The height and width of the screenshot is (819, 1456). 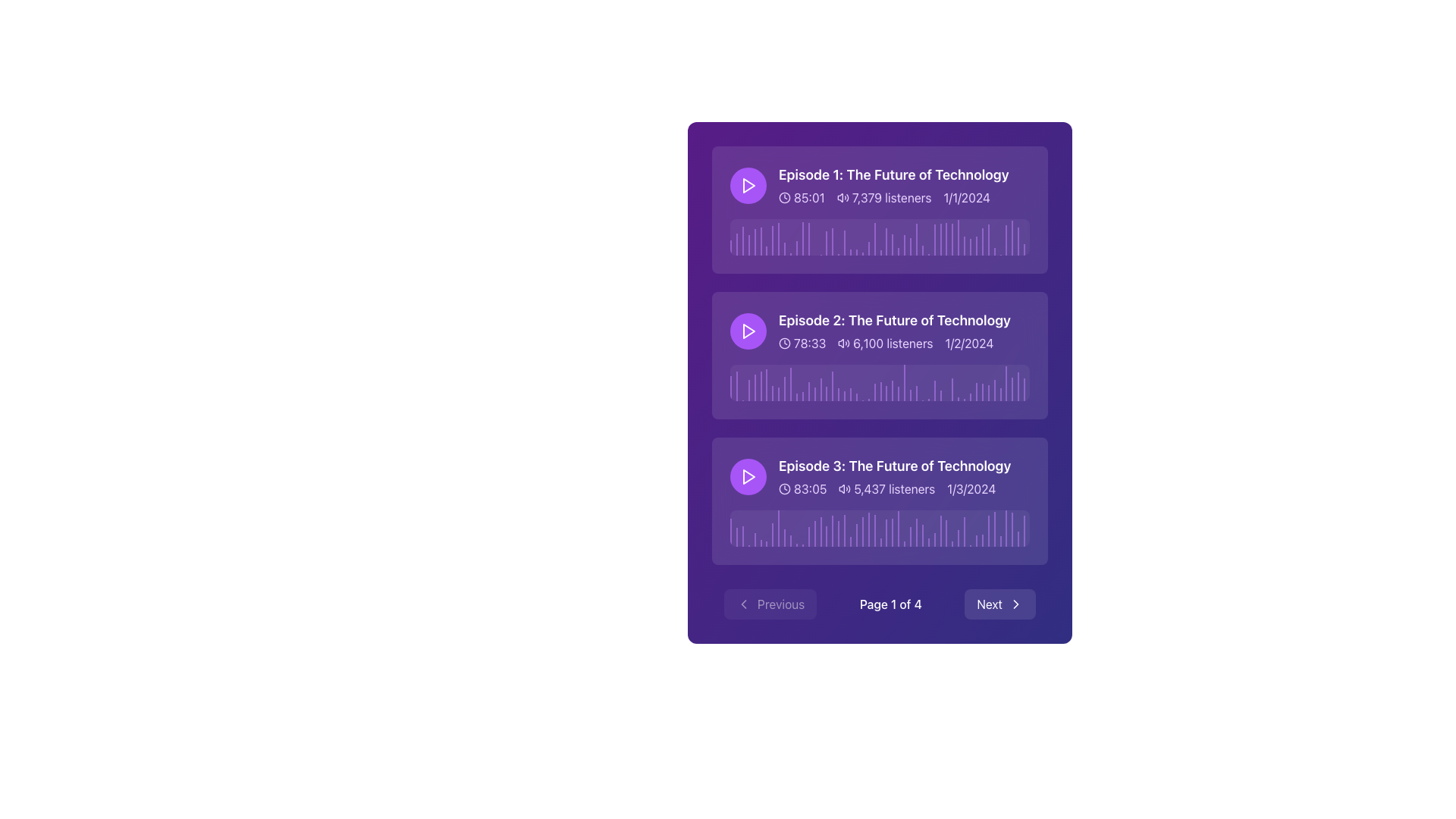 What do you see at coordinates (868, 529) in the screenshot?
I see `the vertical purple bar in the waveform visualization, which is positioned in the 28th slot below the record titled 'Episode 3: The Future of Technology'` at bounding box center [868, 529].